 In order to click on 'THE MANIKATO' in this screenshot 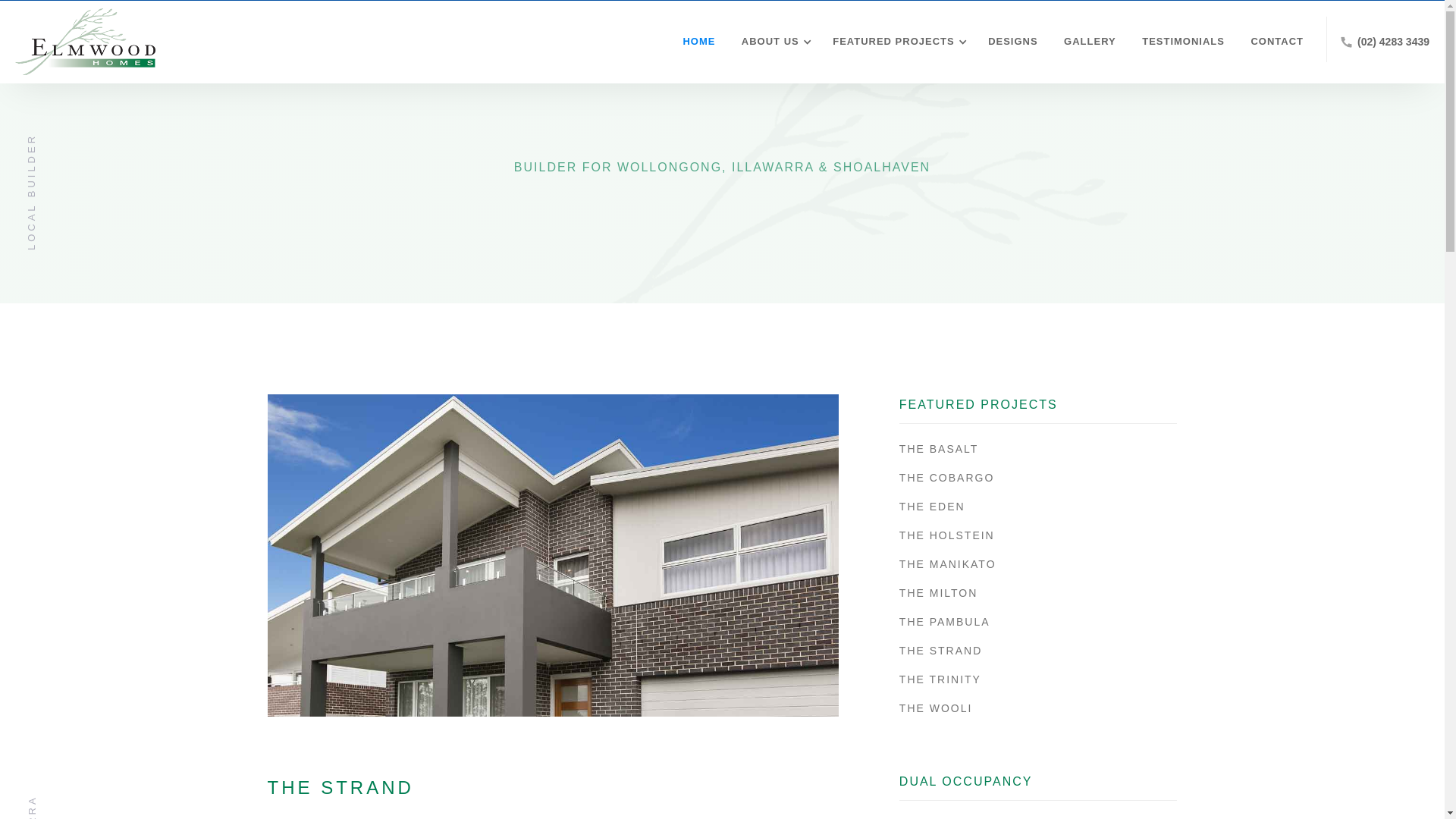, I will do `click(899, 564)`.